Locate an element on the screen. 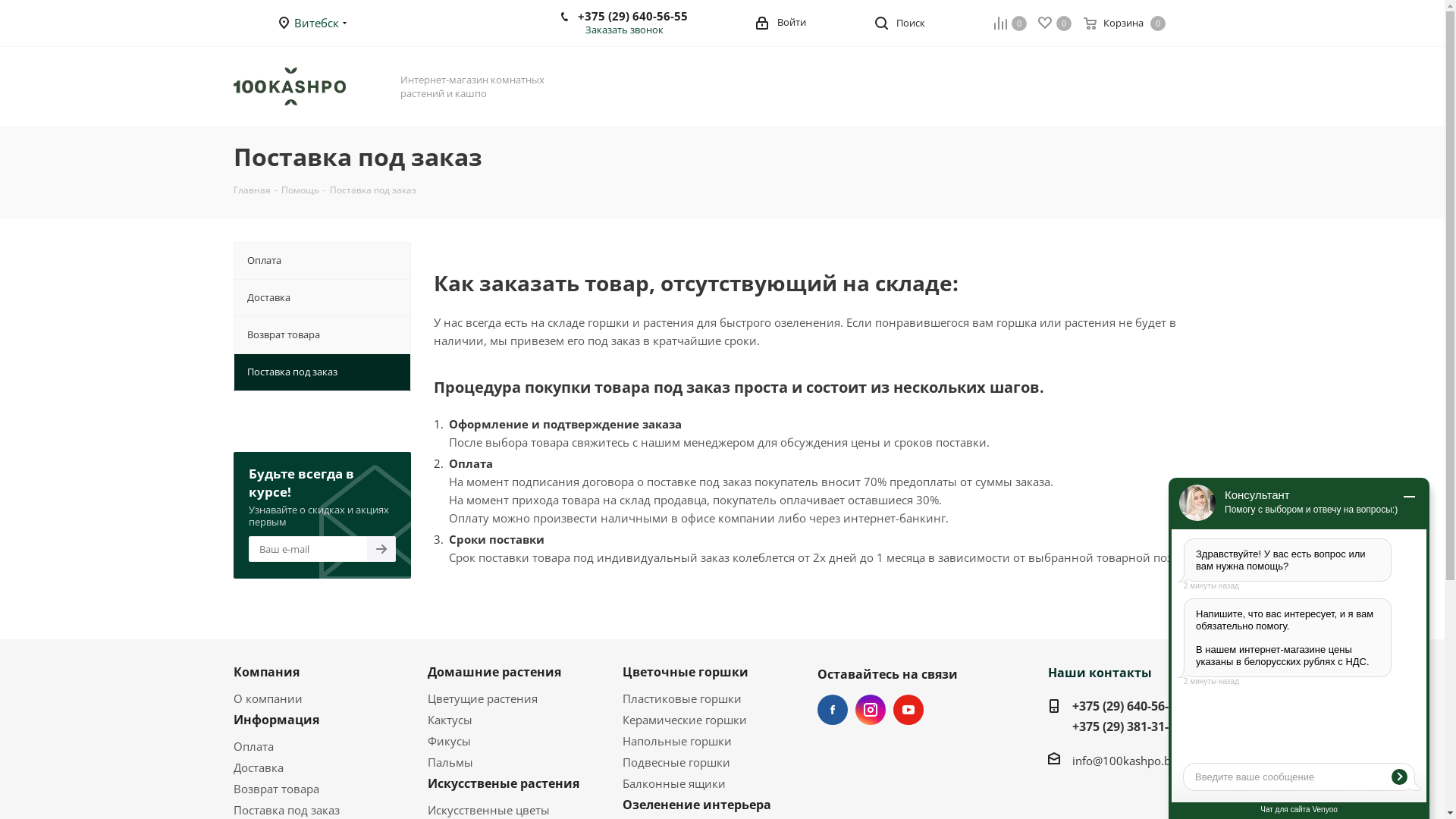 This screenshot has height=819, width=1456. 'YouTube' is located at coordinates (893, 710).